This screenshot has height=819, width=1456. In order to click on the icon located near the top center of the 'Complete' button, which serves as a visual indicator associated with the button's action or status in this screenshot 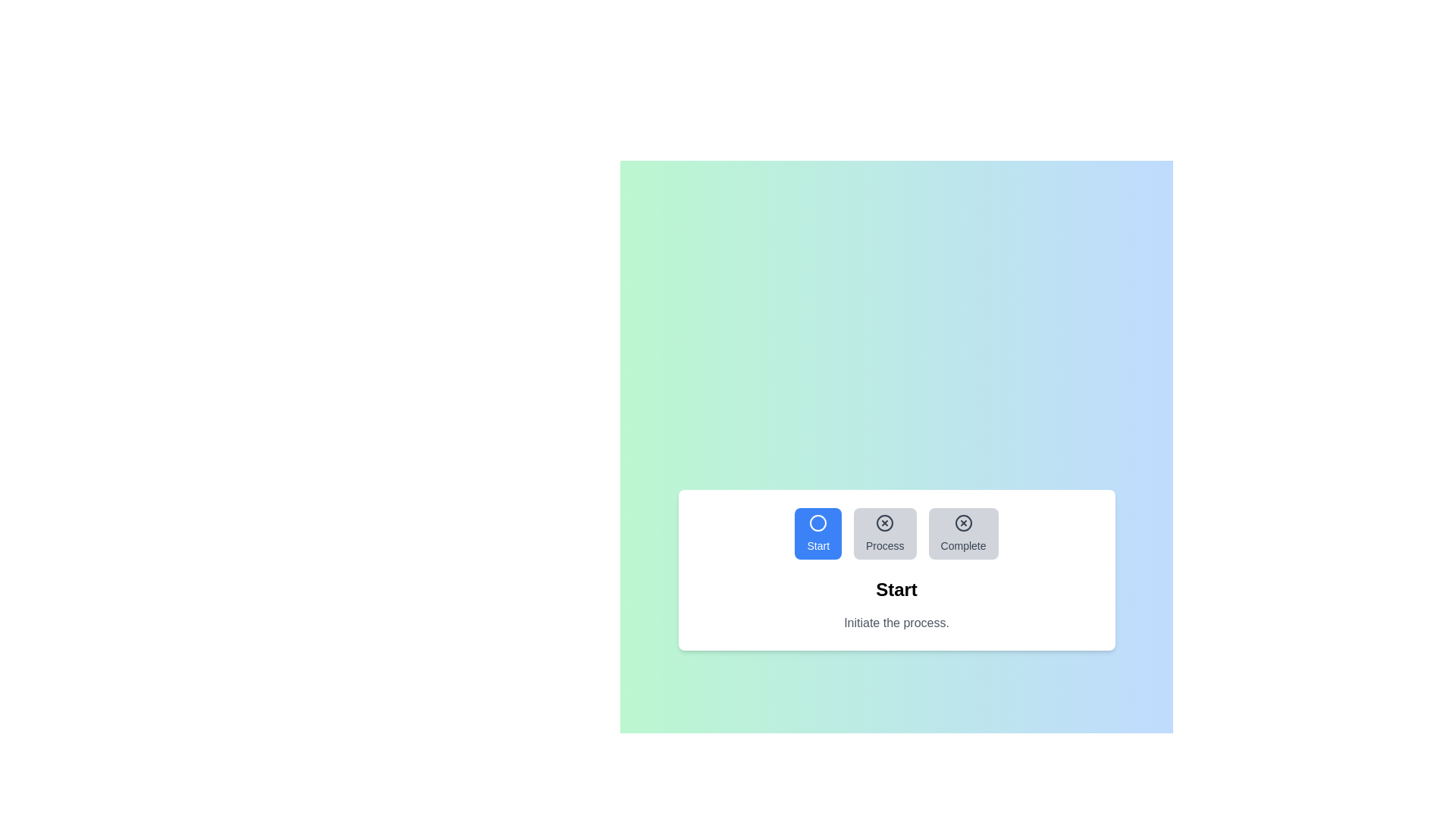, I will do `click(962, 522)`.